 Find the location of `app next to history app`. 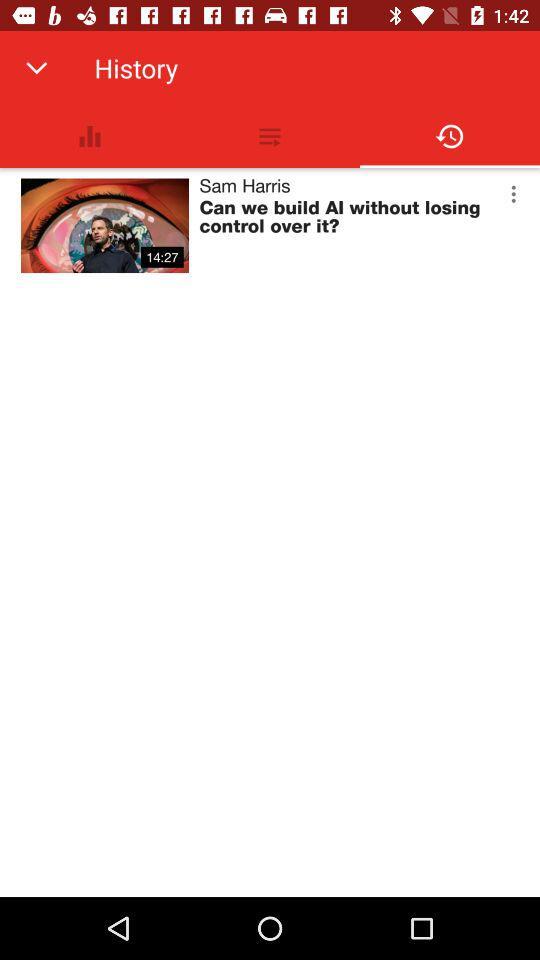

app next to history app is located at coordinates (36, 68).